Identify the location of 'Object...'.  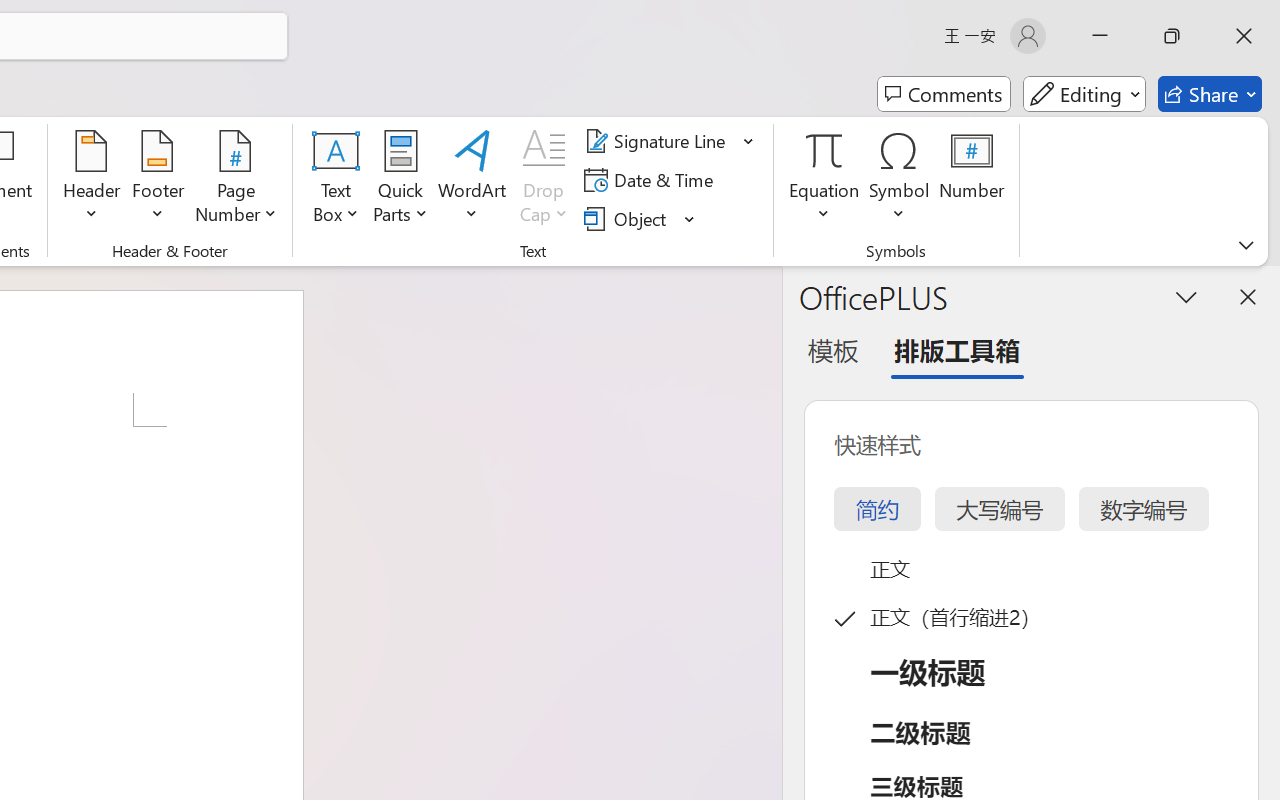
(627, 218).